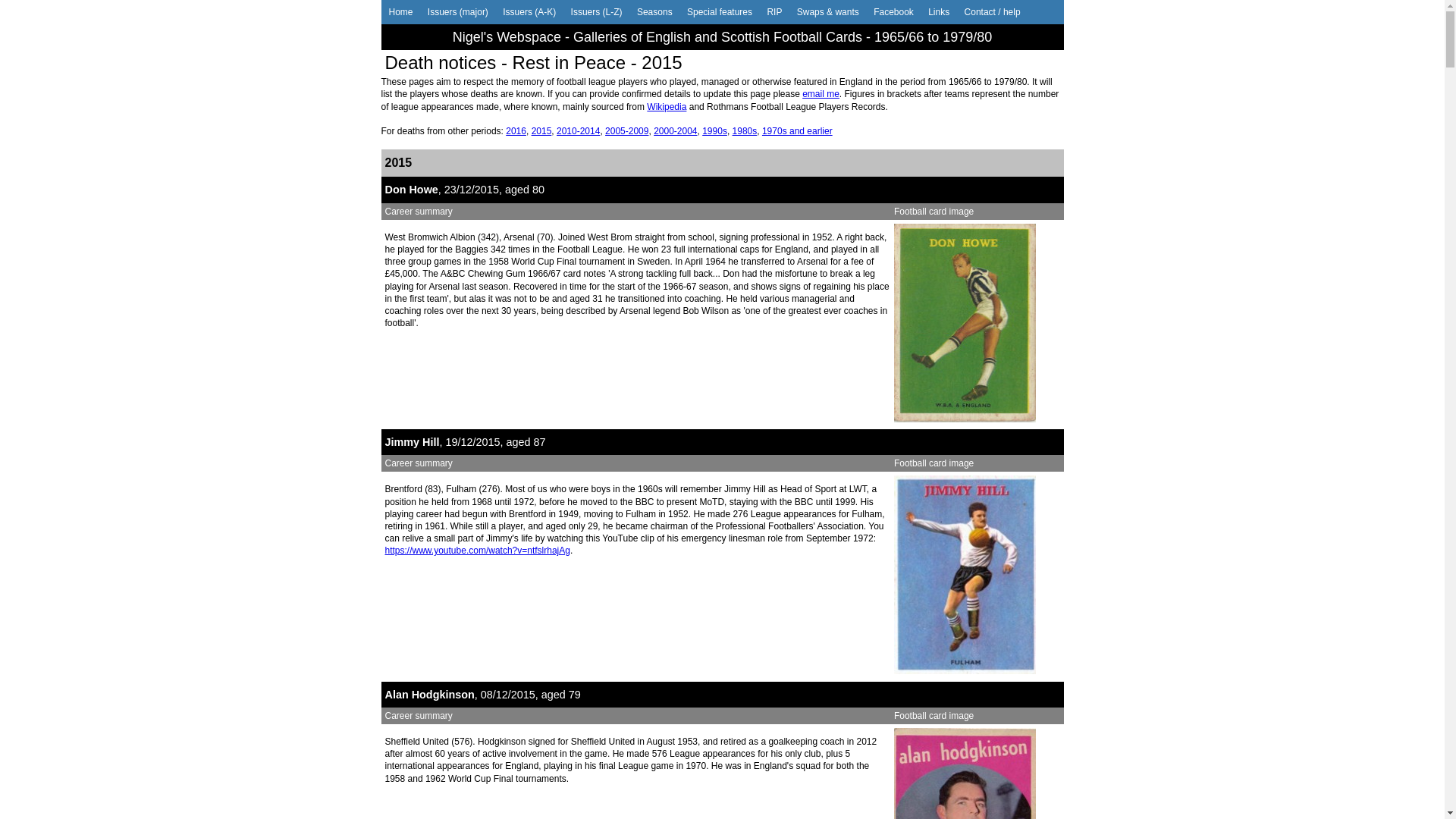 This screenshot has height=819, width=1456. I want to click on '2000-2004', so click(674, 130).